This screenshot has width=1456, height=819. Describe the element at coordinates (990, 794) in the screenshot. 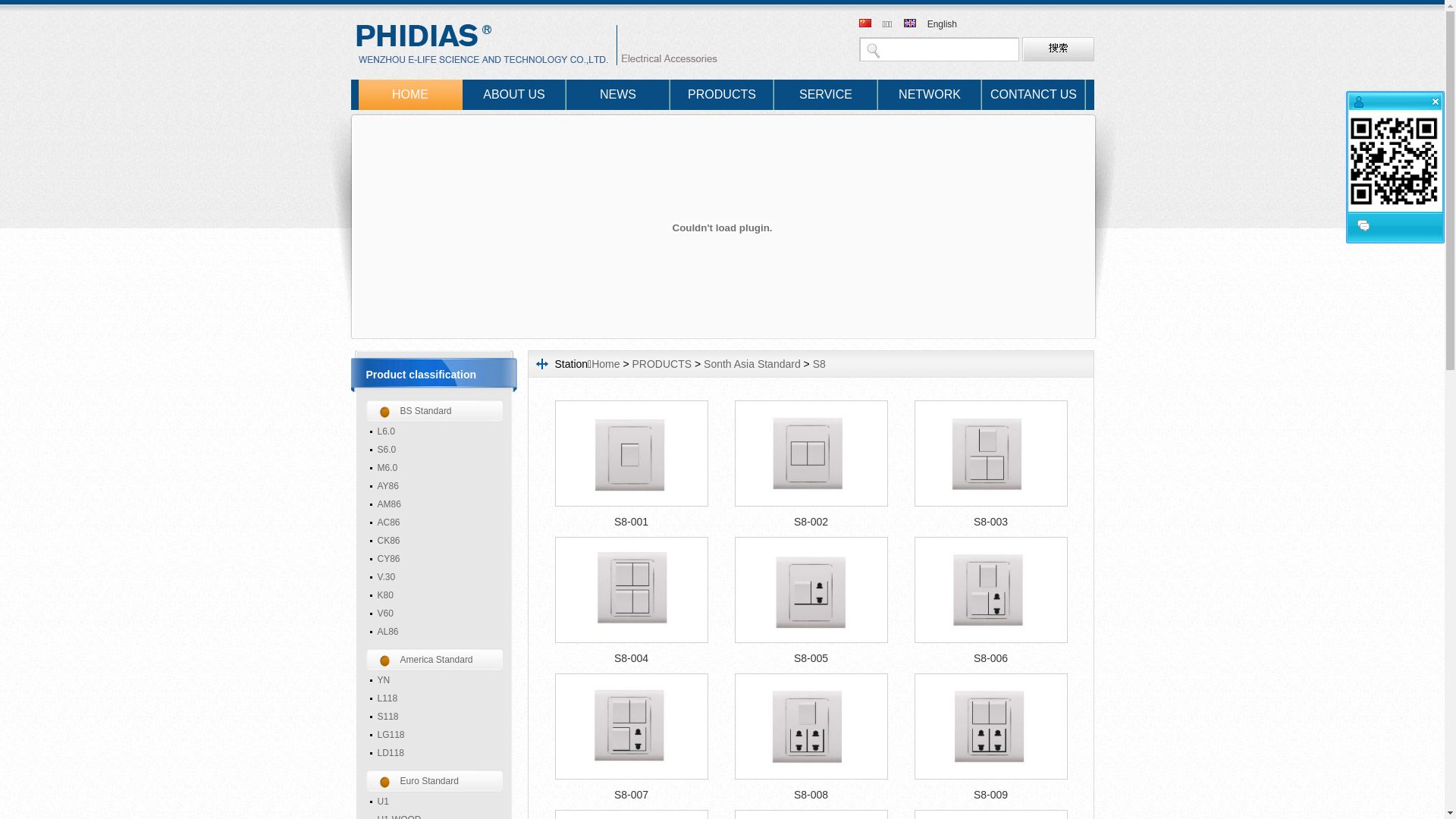

I see `'S8-009'` at that location.